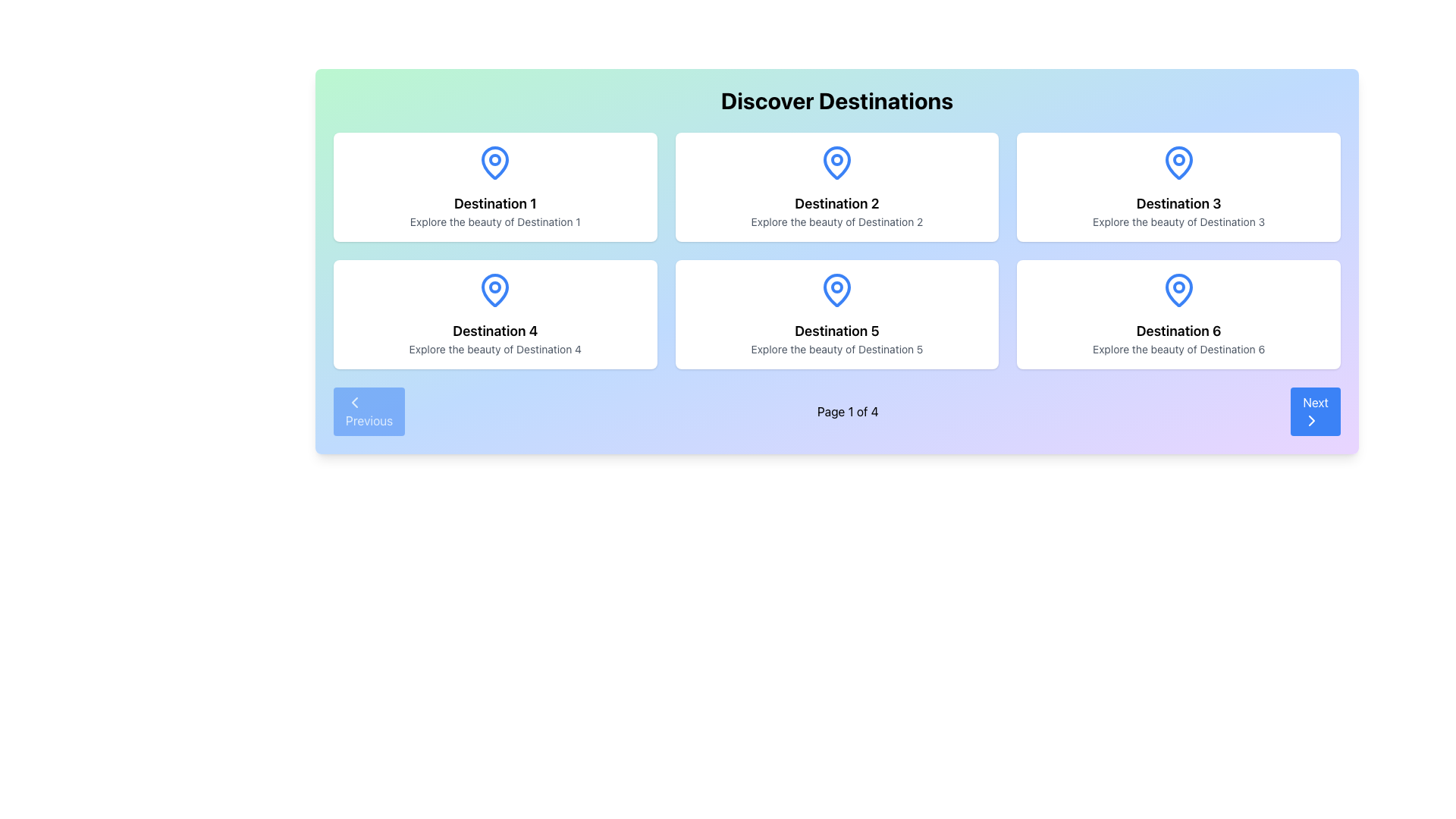  What do you see at coordinates (836, 222) in the screenshot?
I see `the text label that reads 'Explore the beauty of Destination 2', which is positioned directly beneath the title 'Destination 2' in the center of the middle card in the first row of a grid layout` at bounding box center [836, 222].